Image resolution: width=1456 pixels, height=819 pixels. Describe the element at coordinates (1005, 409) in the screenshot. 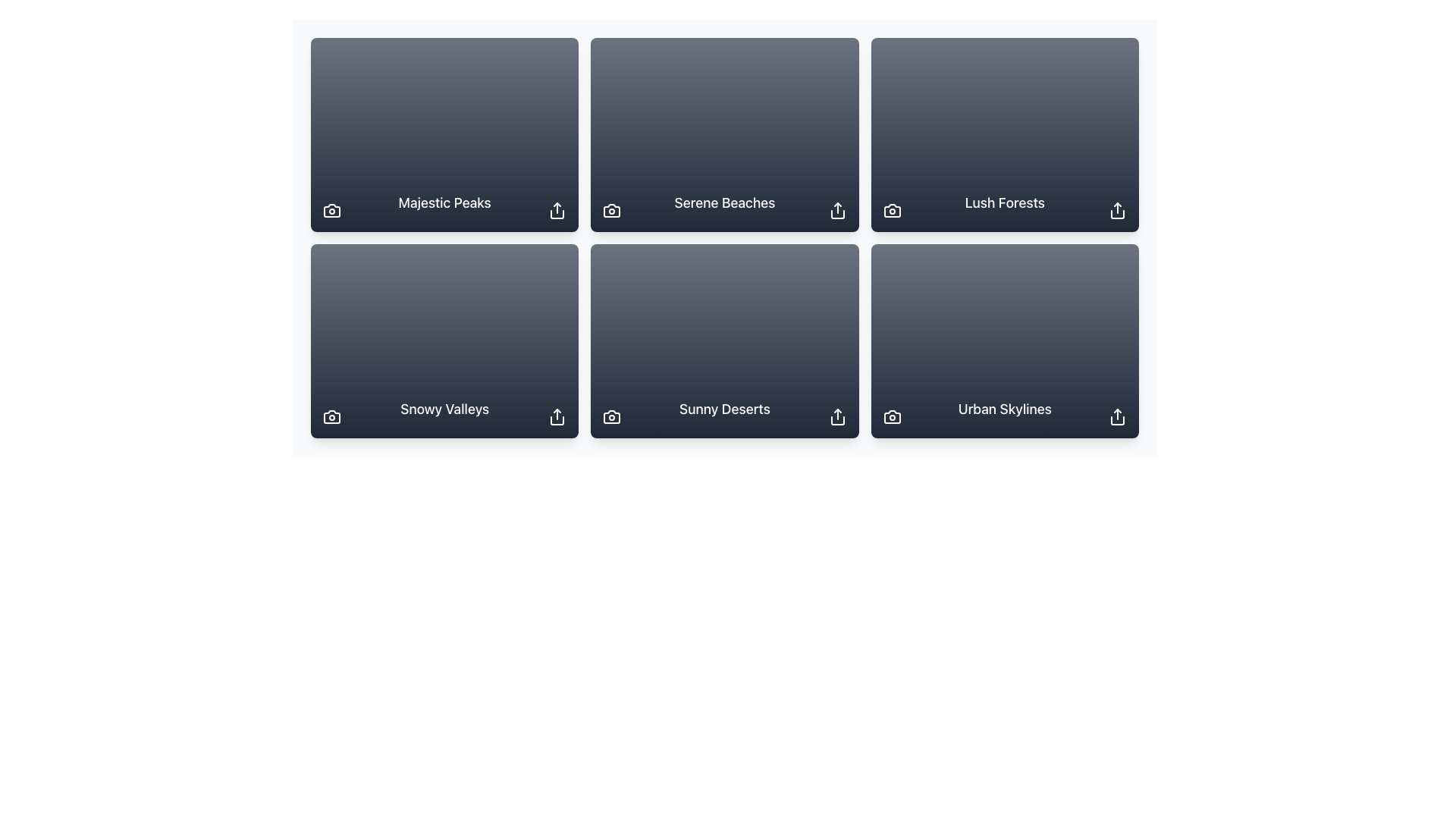

I see `the bottom-centered text label in the last item of a 3x2 grid layout, located in the bottom-right corner of the interface` at that location.